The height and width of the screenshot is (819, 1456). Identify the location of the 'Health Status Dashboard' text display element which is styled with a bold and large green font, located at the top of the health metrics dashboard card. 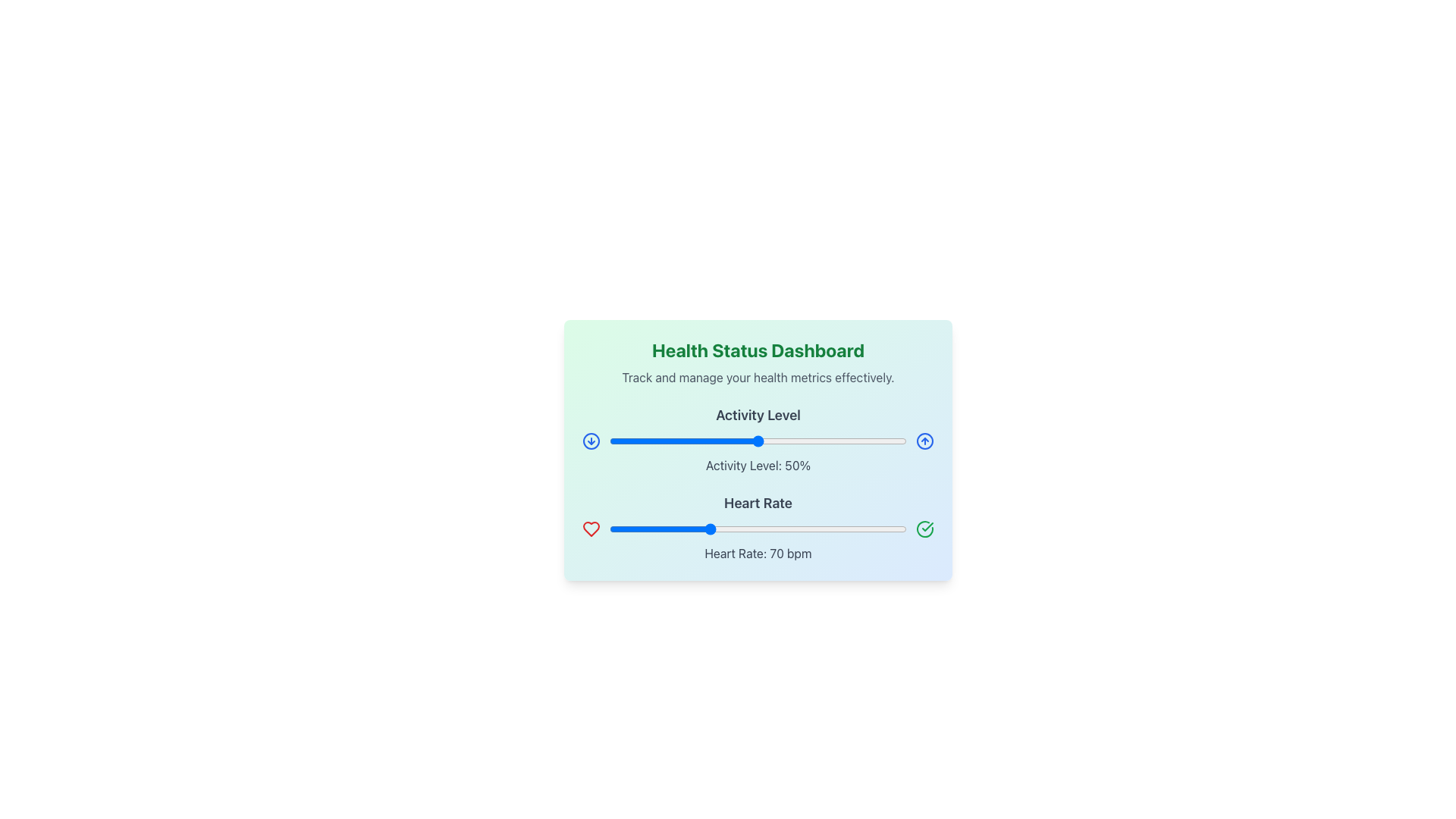
(758, 350).